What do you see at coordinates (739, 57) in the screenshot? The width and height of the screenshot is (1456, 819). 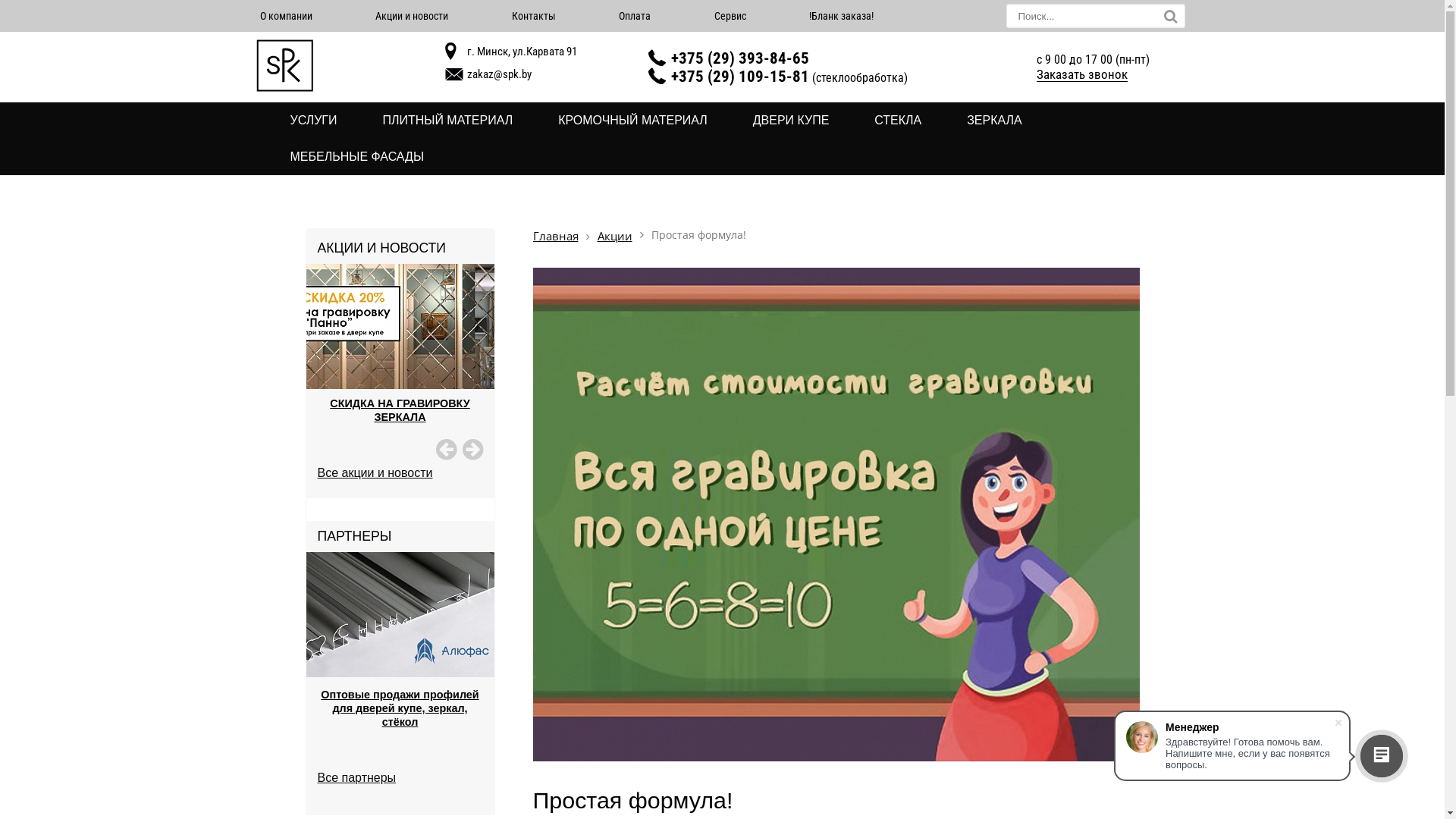 I see `'+375 (29) 393-84-65'` at bounding box center [739, 57].